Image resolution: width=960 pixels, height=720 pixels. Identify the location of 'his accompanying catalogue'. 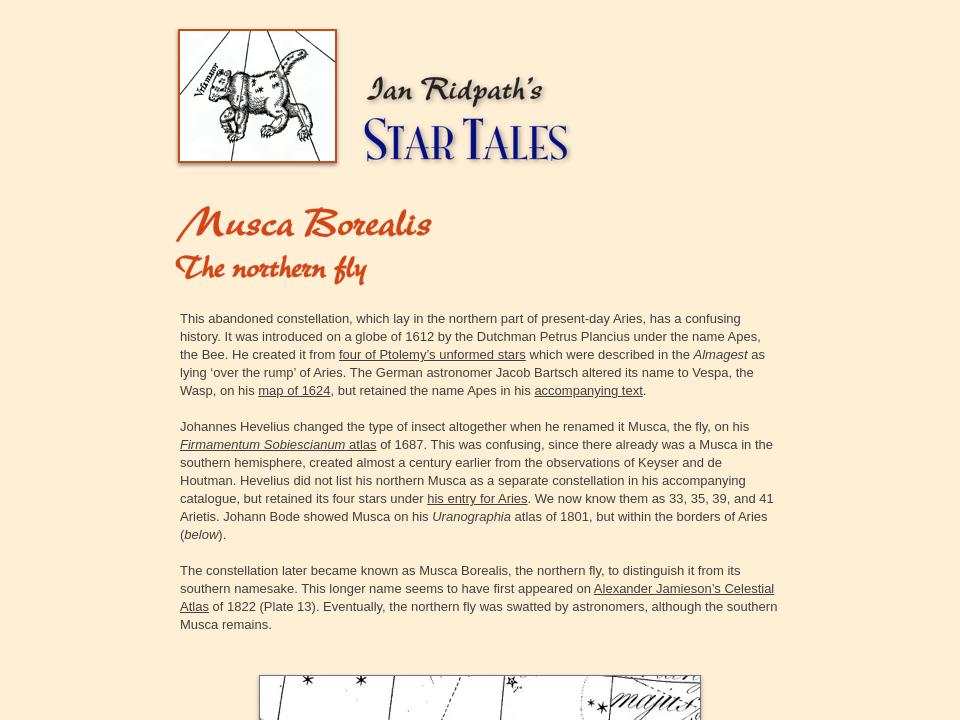
(462, 489).